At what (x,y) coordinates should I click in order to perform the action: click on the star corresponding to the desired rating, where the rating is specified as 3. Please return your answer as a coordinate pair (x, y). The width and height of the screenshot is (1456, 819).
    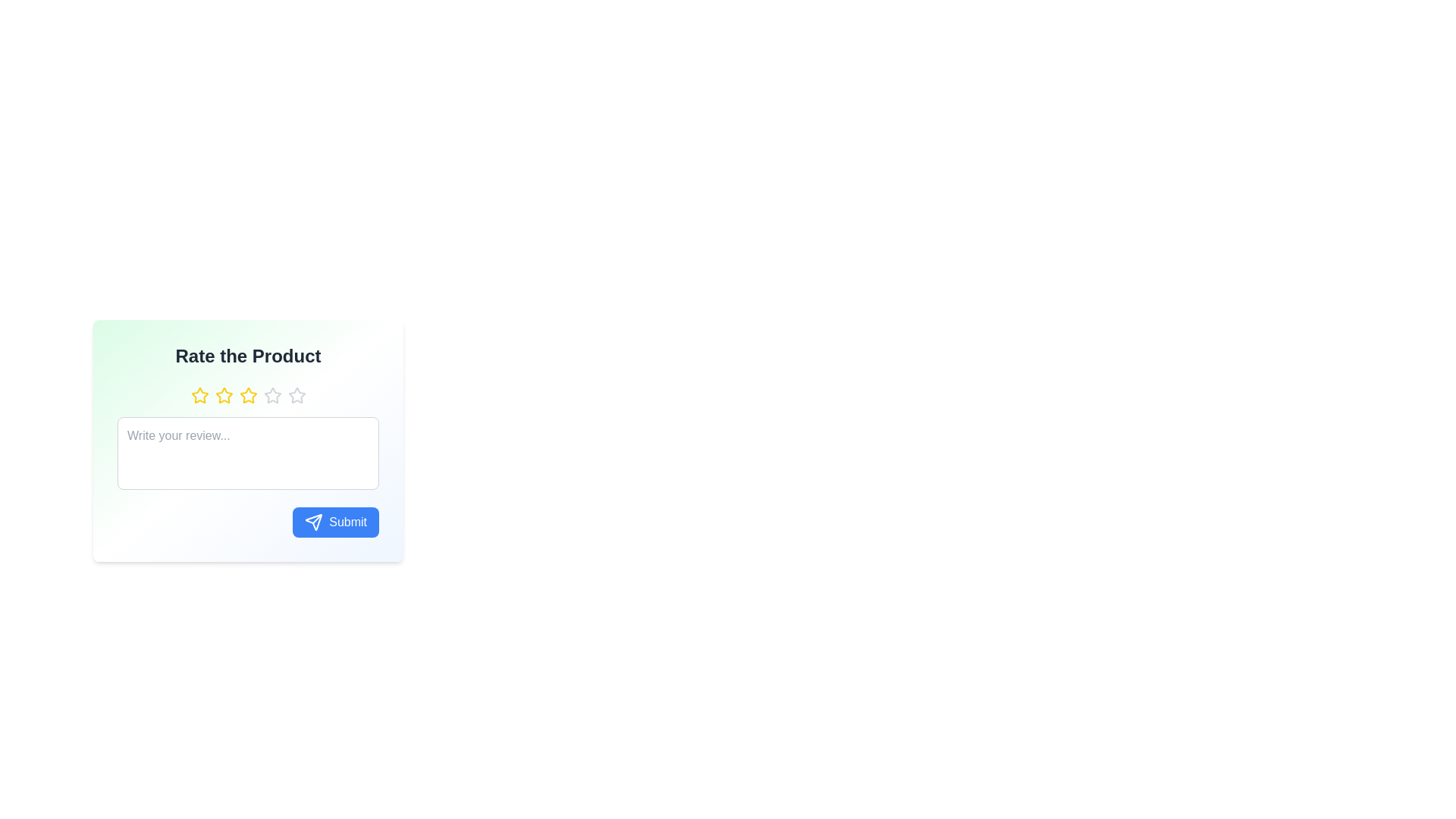
    Looking at the image, I should click on (248, 394).